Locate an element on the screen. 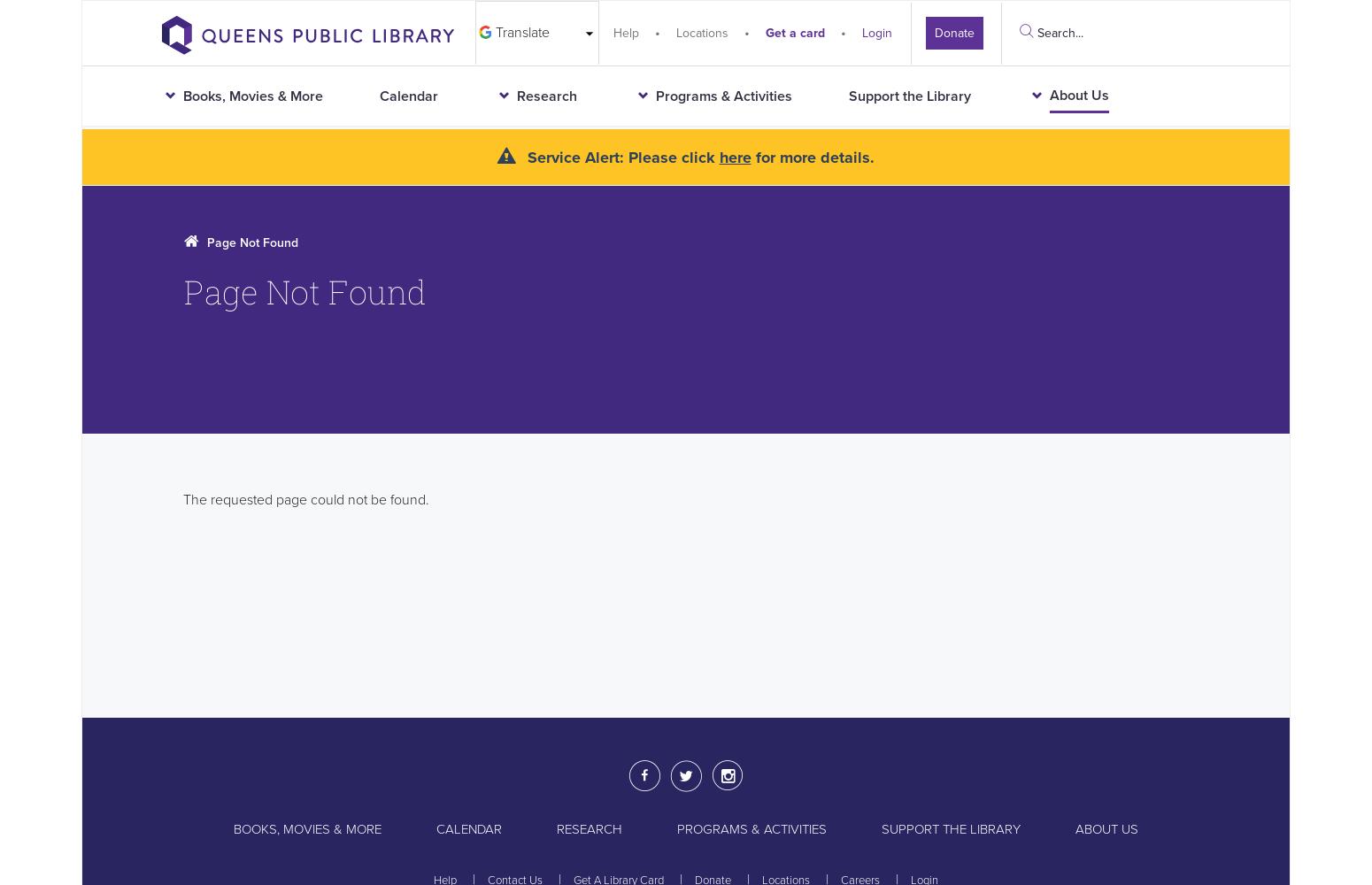  'ABOUT US' is located at coordinates (1075, 828).